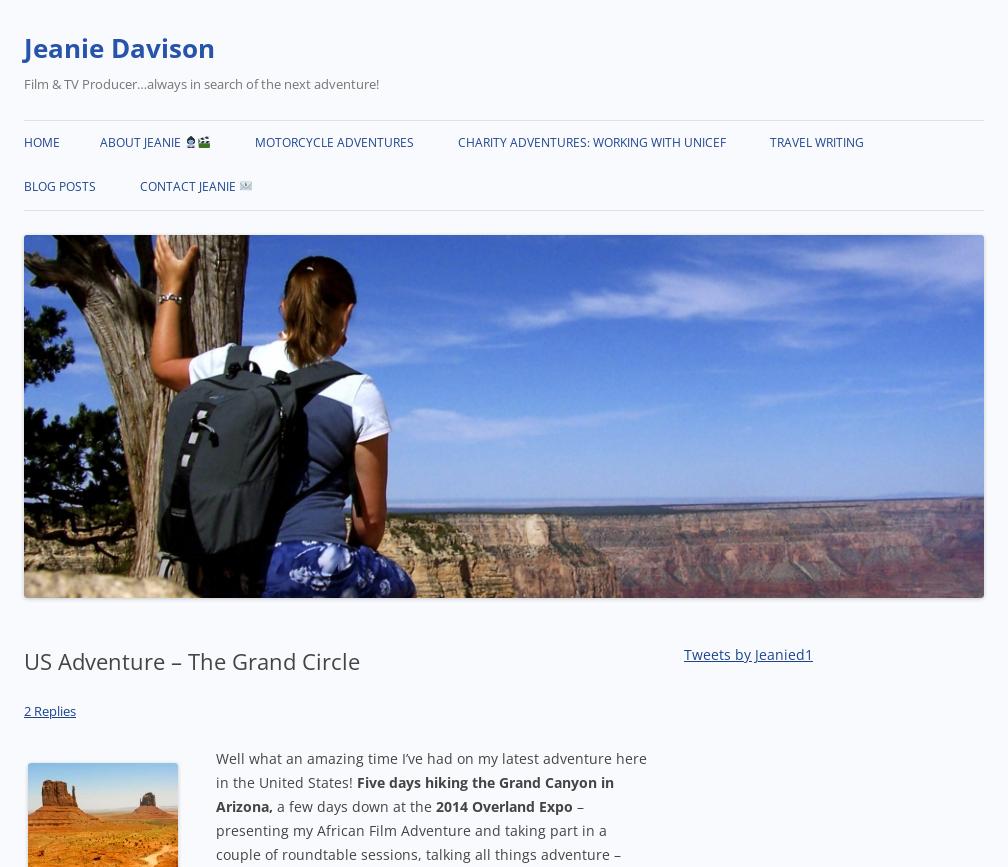  Describe the element at coordinates (354, 804) in the screenshot. I see `'a few days down at the'` at that location.